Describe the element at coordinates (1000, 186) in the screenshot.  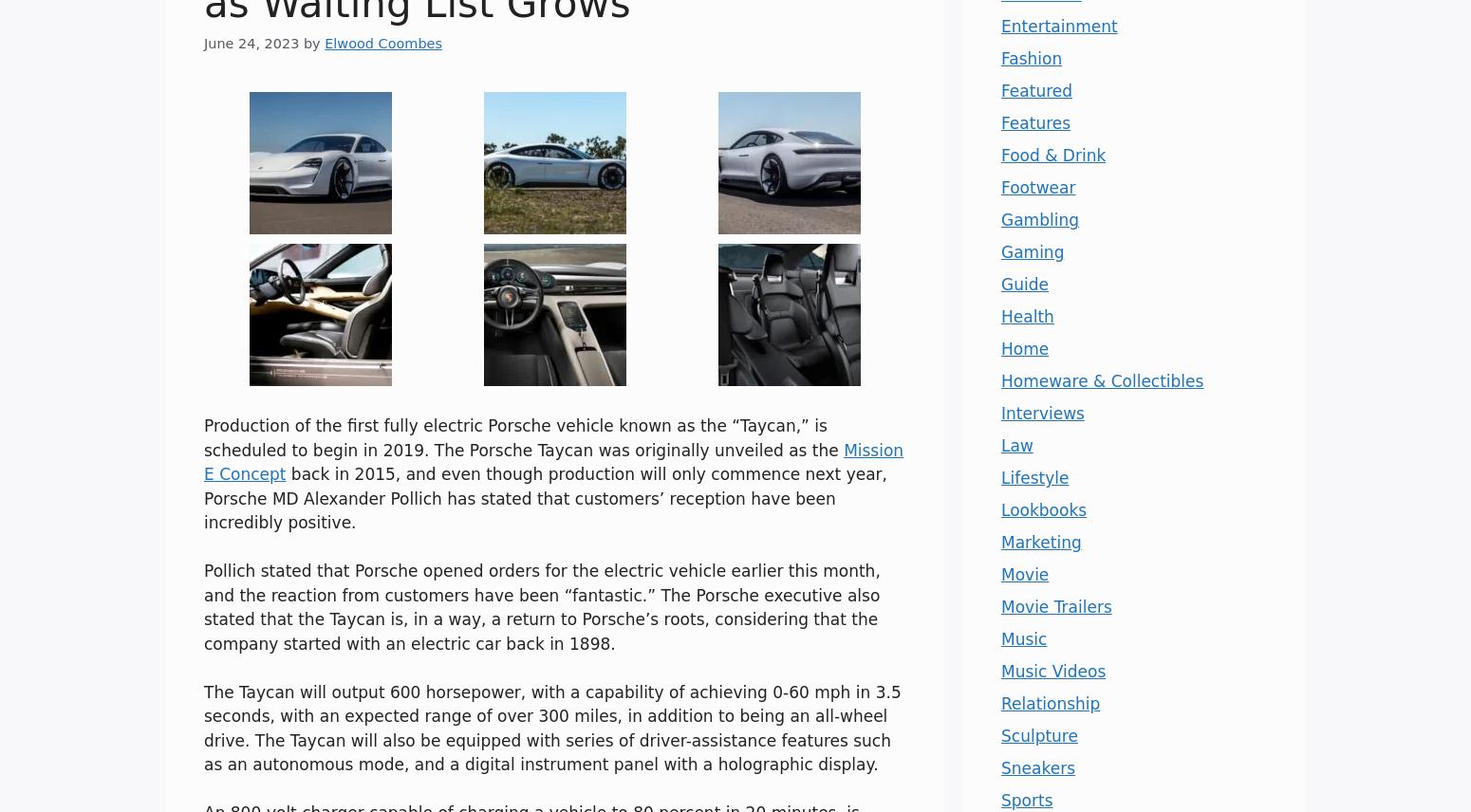
I see `'Footwear'` at that location.